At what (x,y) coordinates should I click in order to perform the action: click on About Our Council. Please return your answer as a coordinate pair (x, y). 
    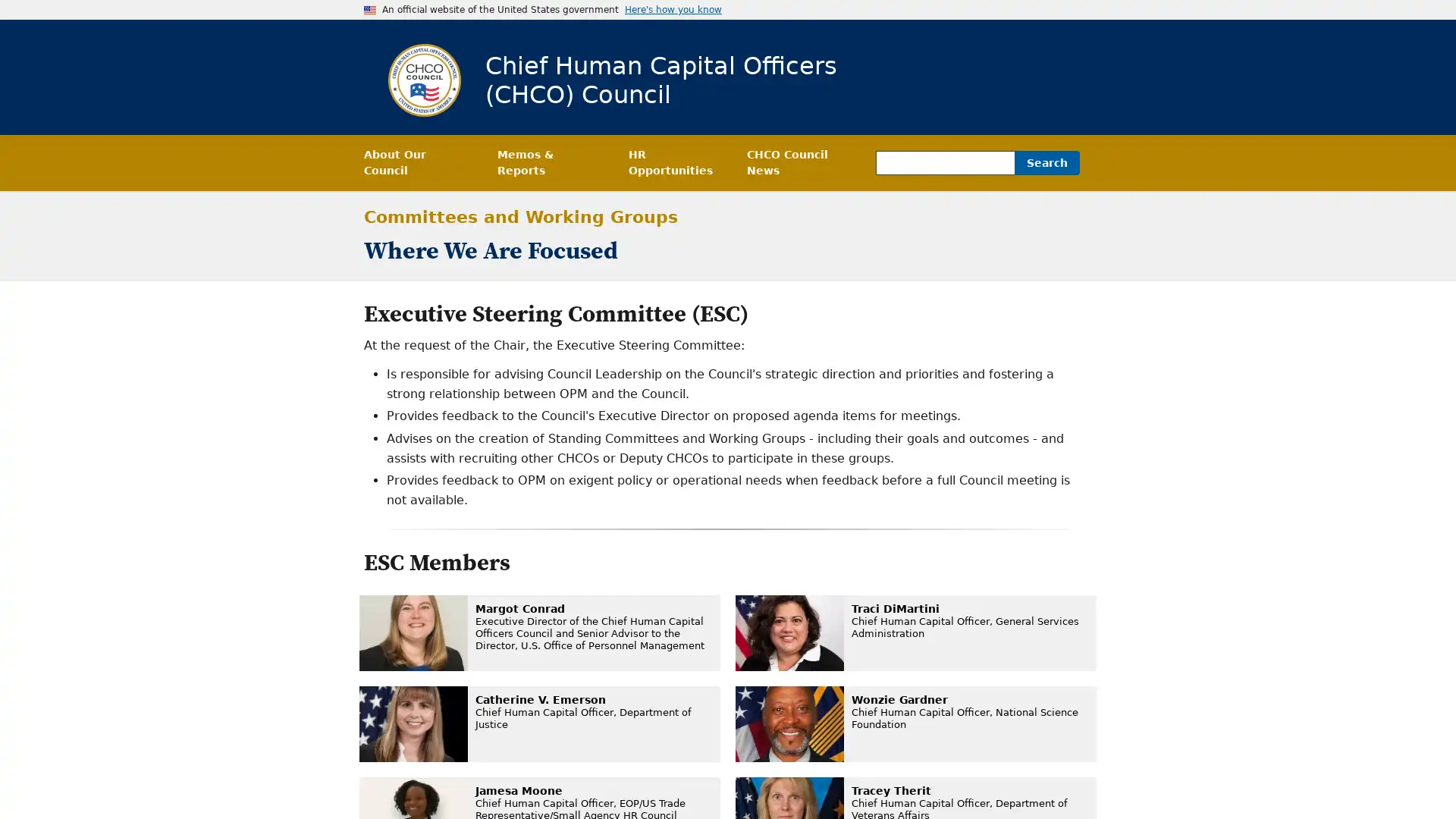
    Looking at the image, I should click on (418, 163).